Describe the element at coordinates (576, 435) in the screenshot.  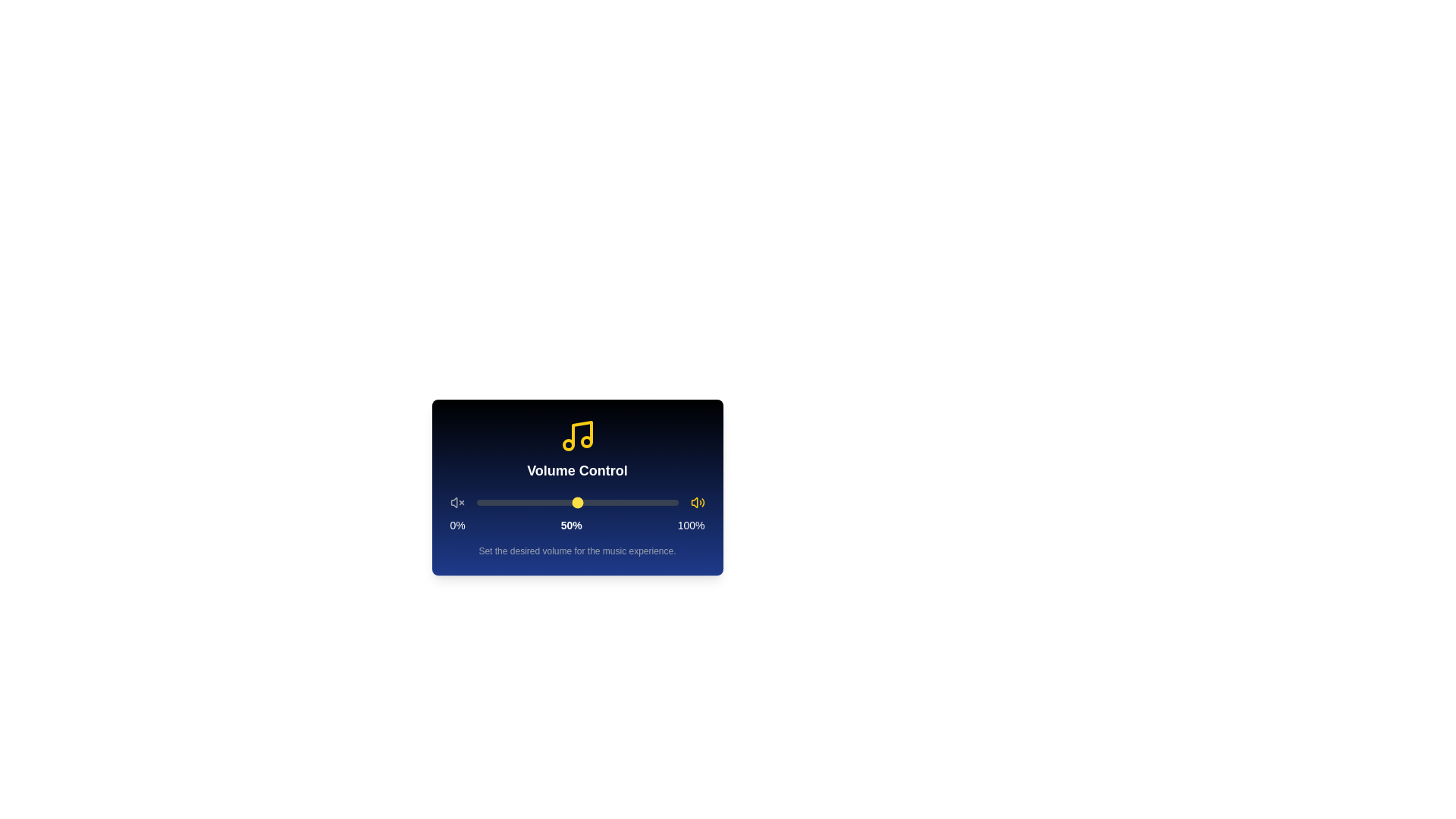
I see `the graphical music note icon` at that location.